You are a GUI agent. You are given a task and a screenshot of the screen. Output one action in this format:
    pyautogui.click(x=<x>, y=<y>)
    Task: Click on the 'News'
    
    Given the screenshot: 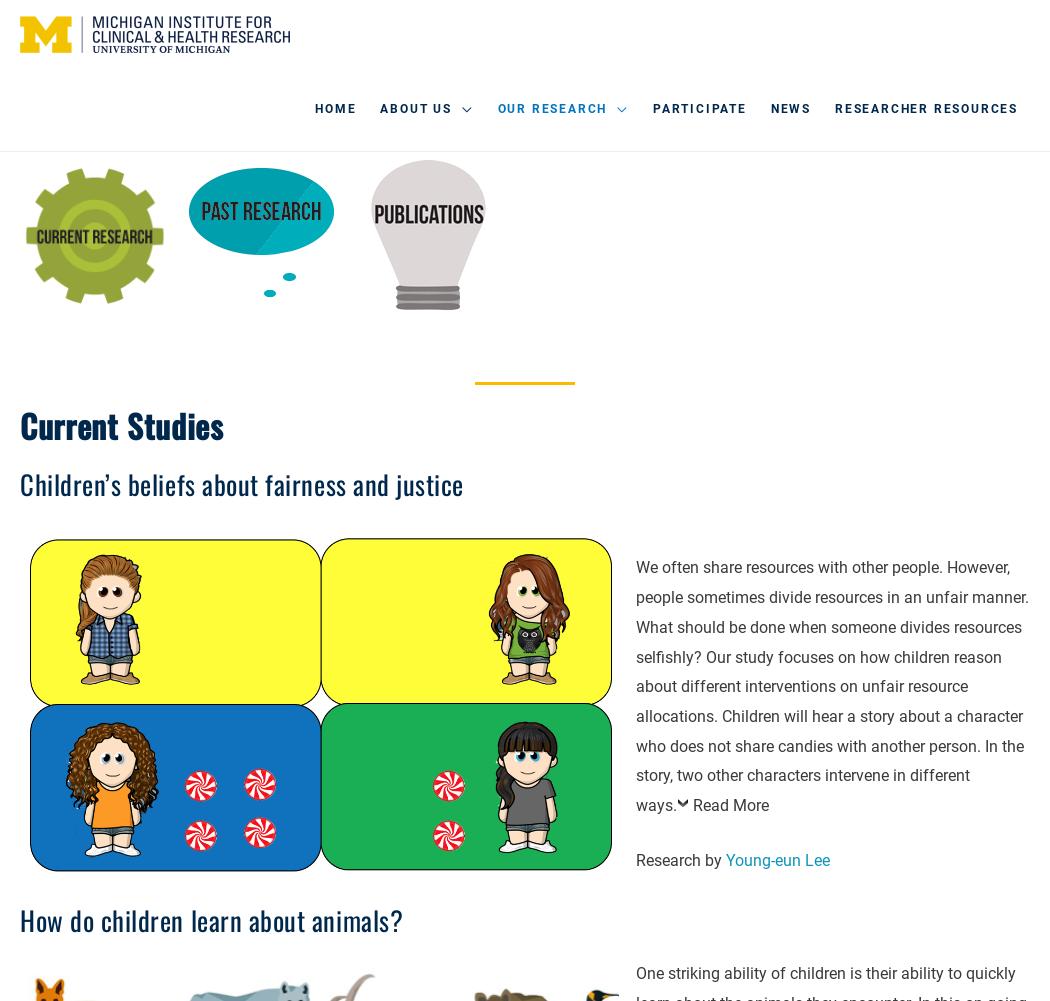 What is the action you would take?
    pyautogui.click(x=789, y=108)
    